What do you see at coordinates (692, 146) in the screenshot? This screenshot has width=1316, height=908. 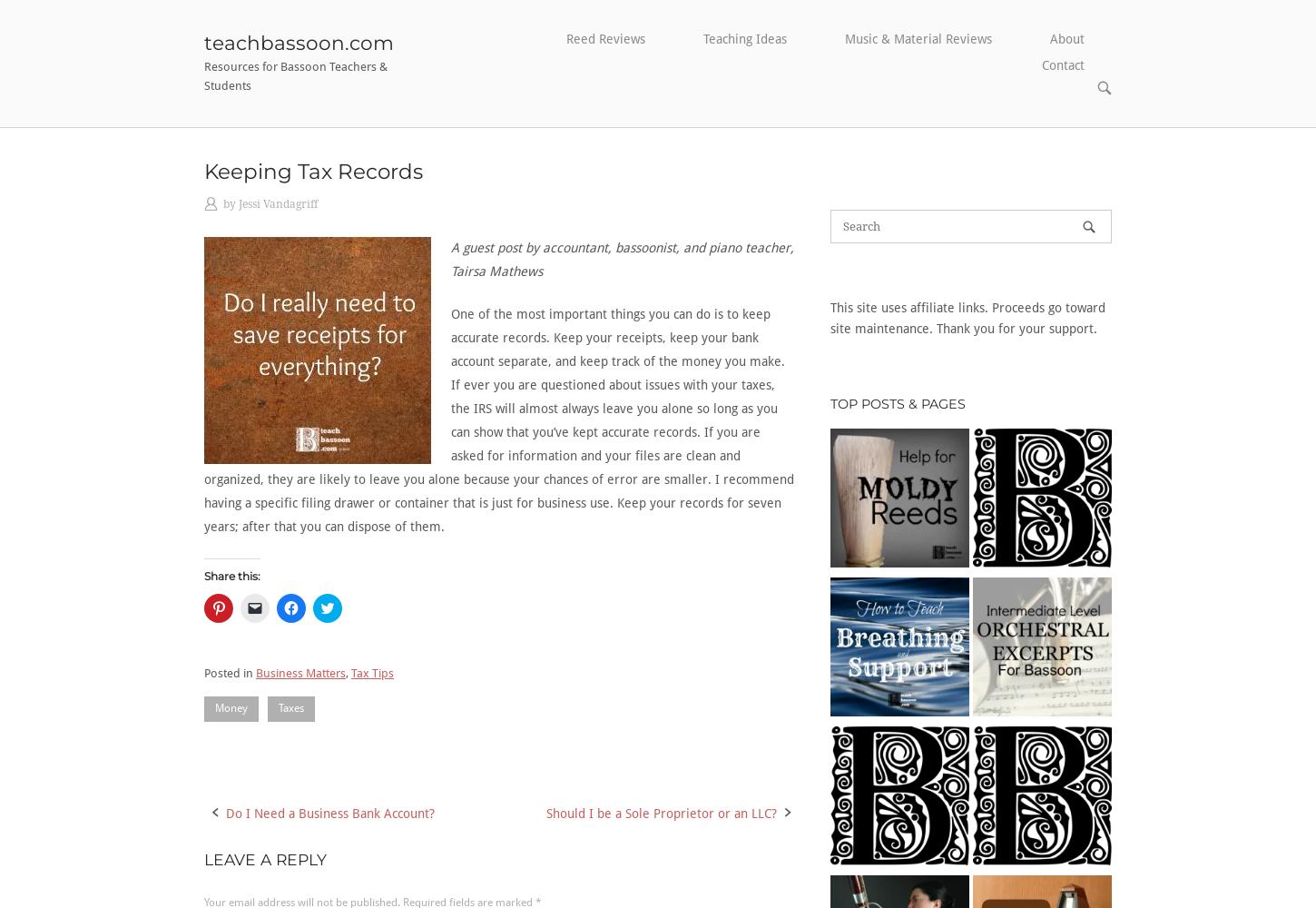 I see `'Group Lesson Ideas'` at bounding box center [692, 146].